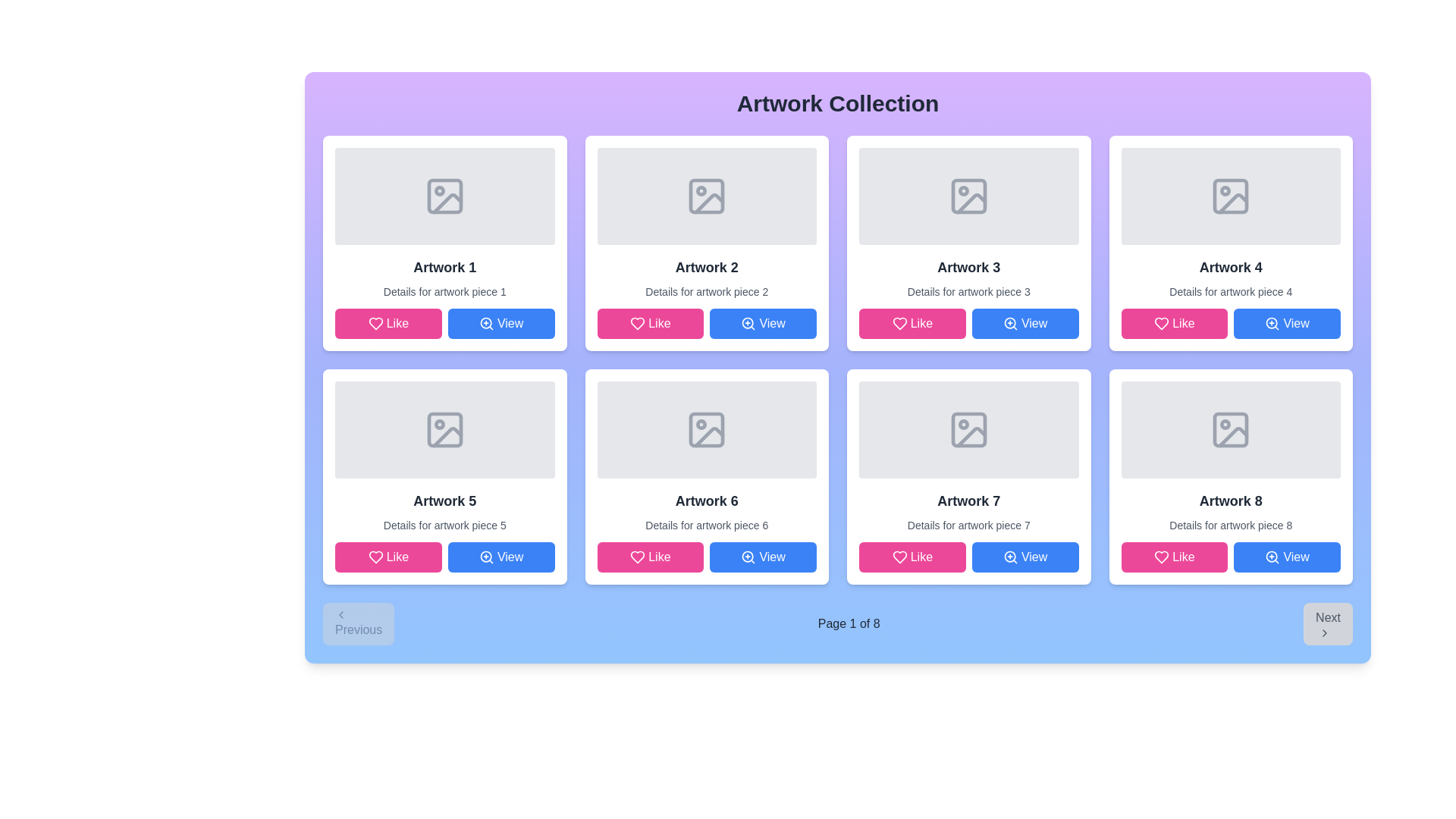  Describe the element at coordinates (1231, 430) in the screenshot. I see `the image placeholder icon located in the 'Artwork 8' card at the bottom-right corner of the grid layout` at that location.